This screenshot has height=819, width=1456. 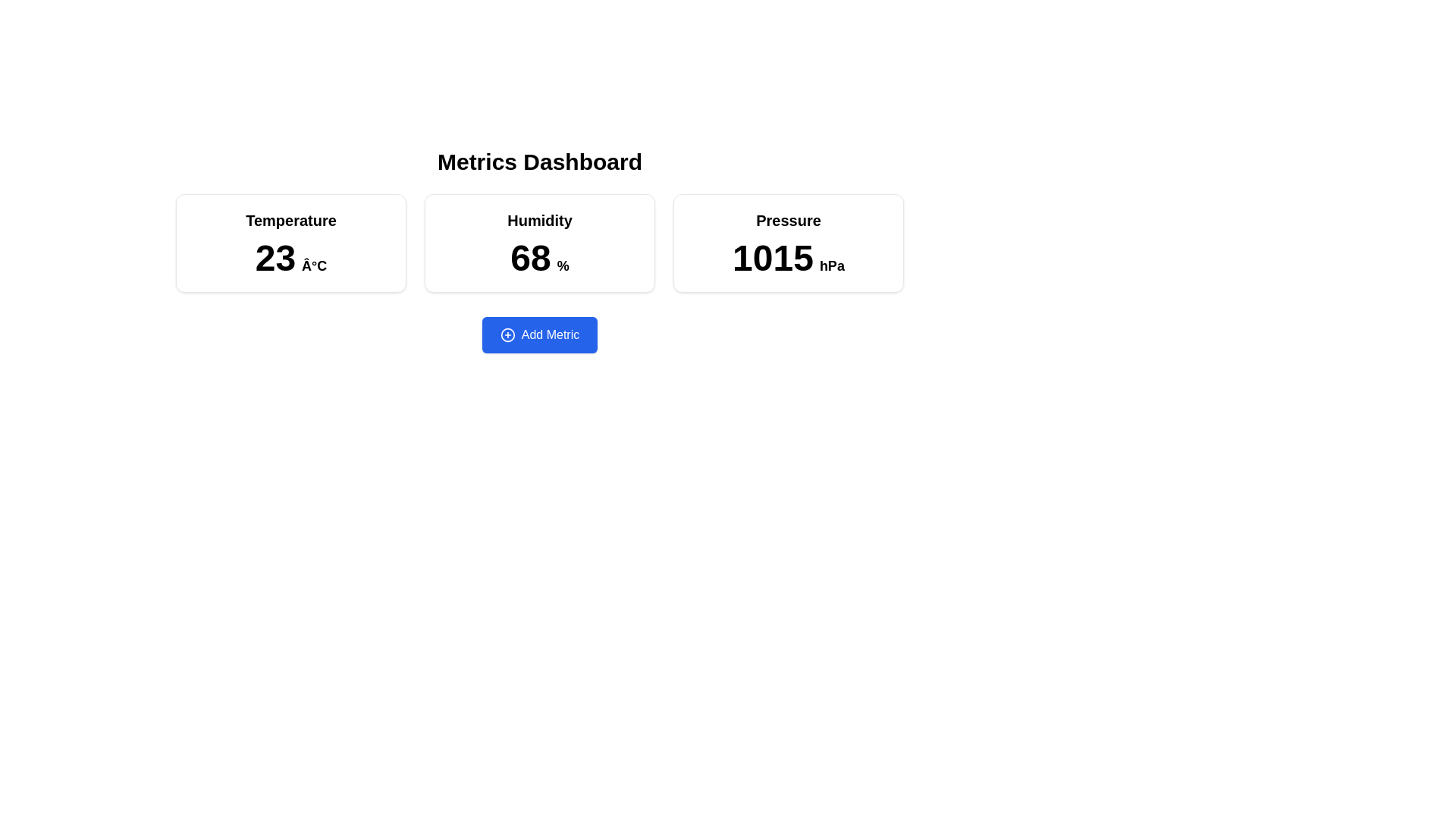 What do you see at coordinates (291, 257) in the screenshot?
I see `the Text Label displaying the current temperature value, which is centrally aligned within the 'Temperature' card and shows the value '23°C'` at bounding box center [291, 257].